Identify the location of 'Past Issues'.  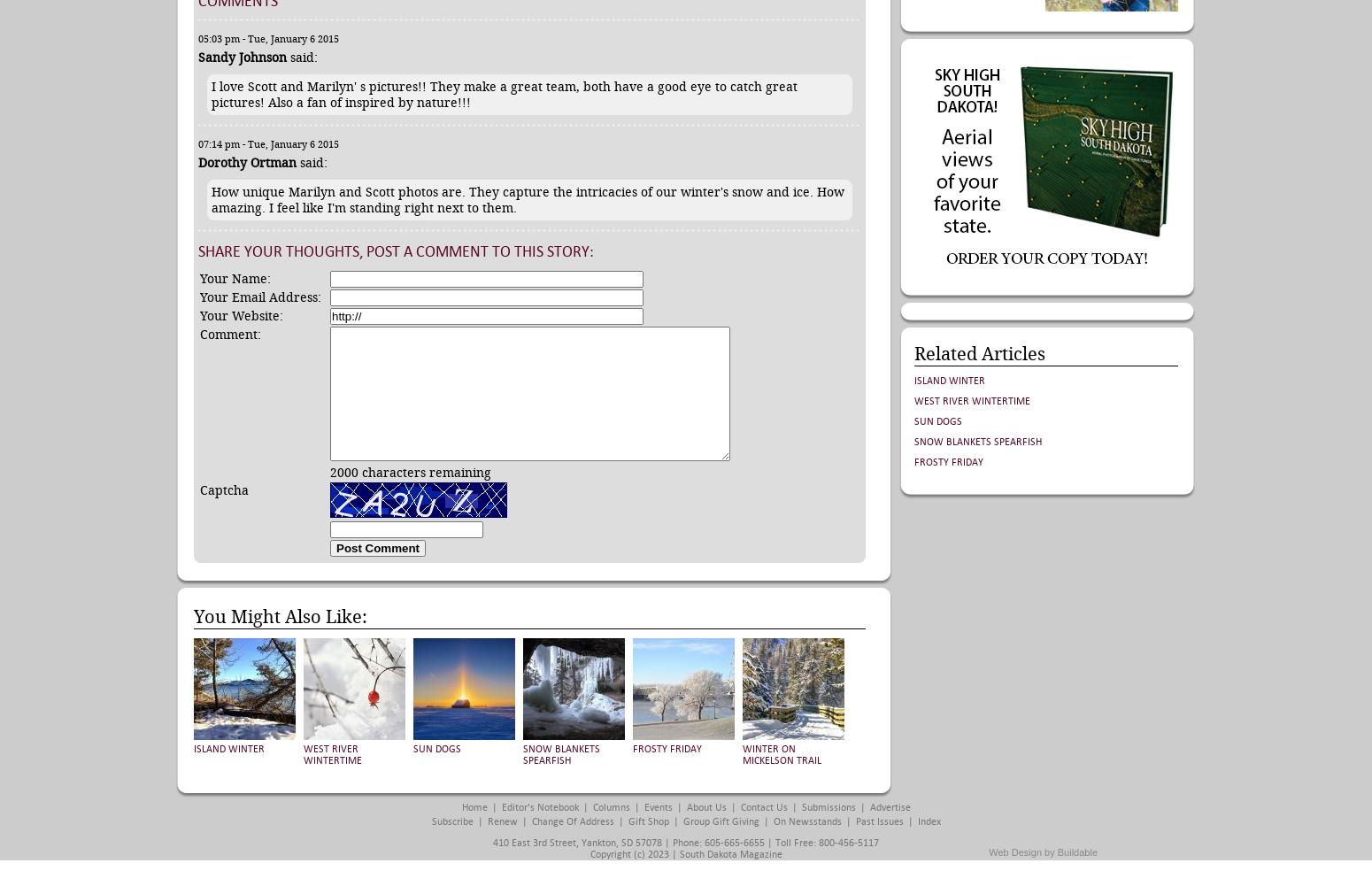
(877, 821).